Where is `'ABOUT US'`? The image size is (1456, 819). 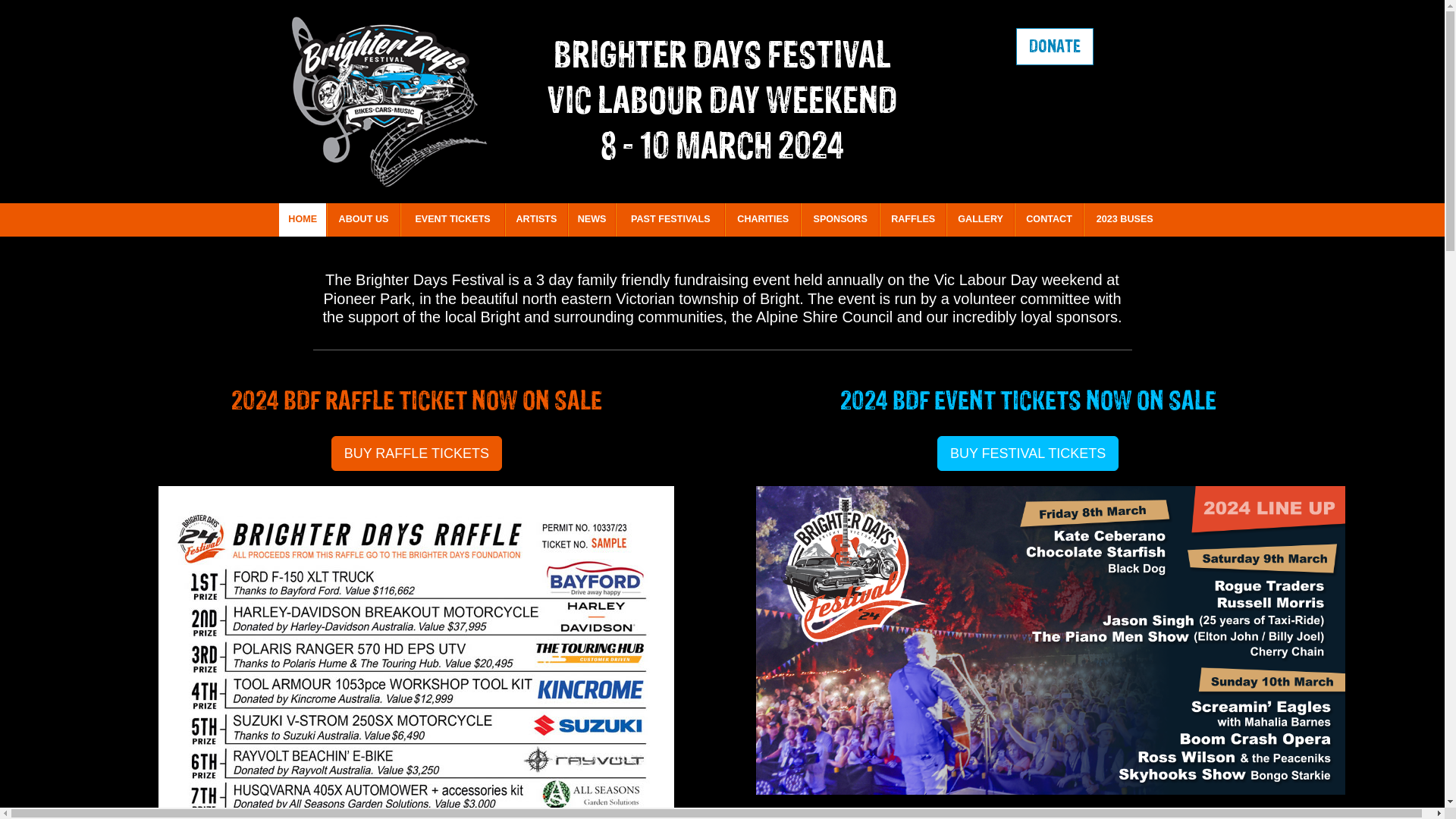 'ABOUT US' is located at coordinates (362, 219).